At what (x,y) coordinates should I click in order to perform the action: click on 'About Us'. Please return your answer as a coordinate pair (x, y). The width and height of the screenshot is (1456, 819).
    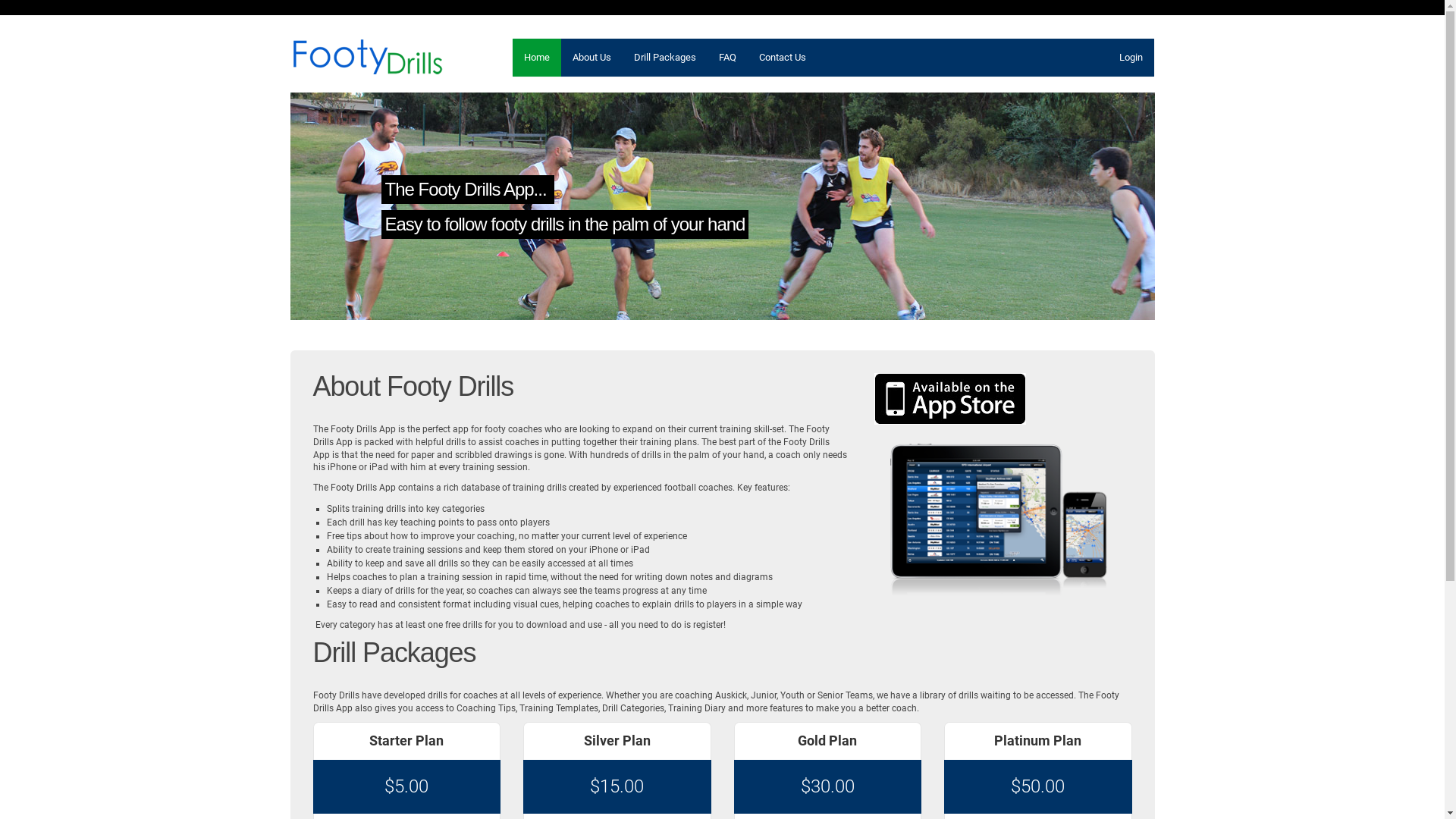
    Looking at the image, I should click on (591, 57).